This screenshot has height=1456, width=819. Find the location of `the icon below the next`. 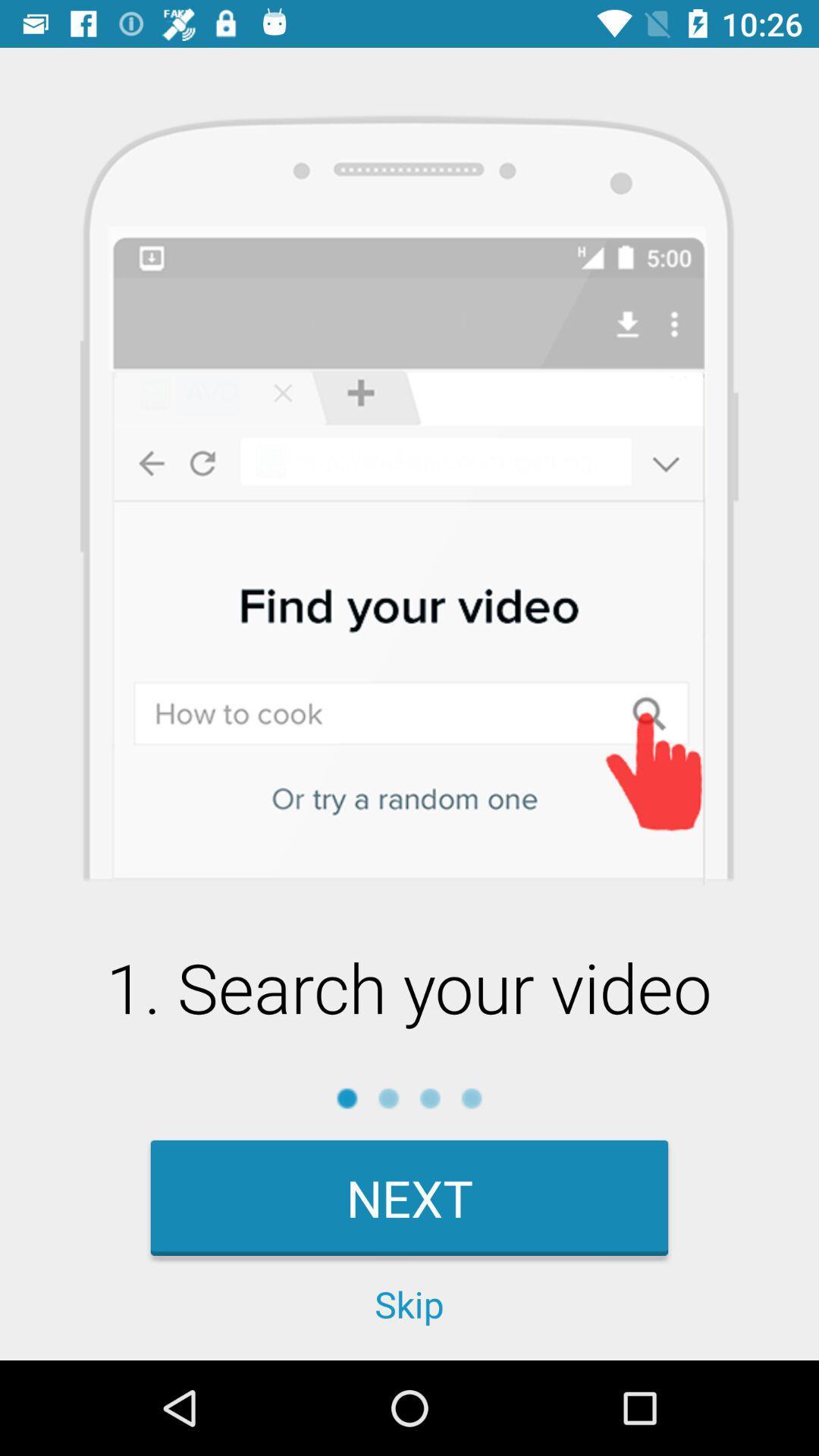

the icon below the next is located at coordinates (409, 1303).